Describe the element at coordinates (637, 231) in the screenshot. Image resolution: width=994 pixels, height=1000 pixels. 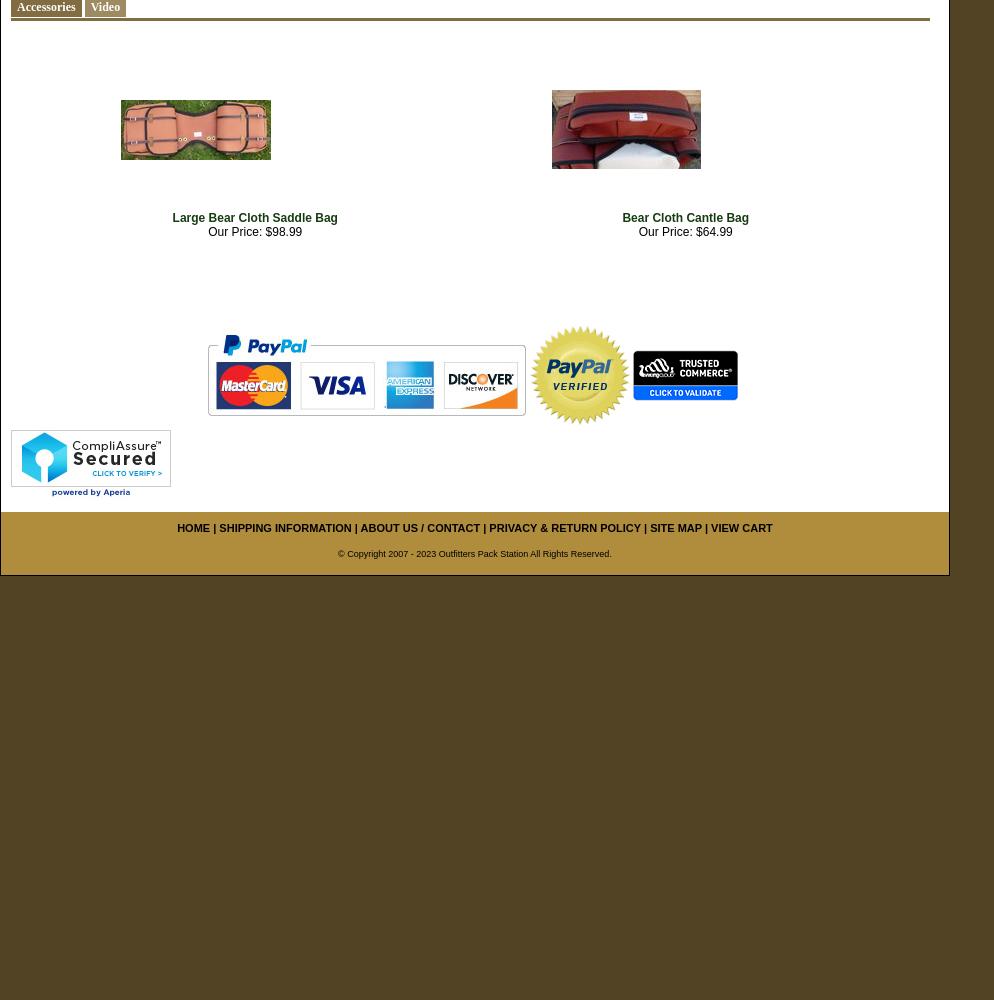
I see `'Our Price: $64.99'` at that location.